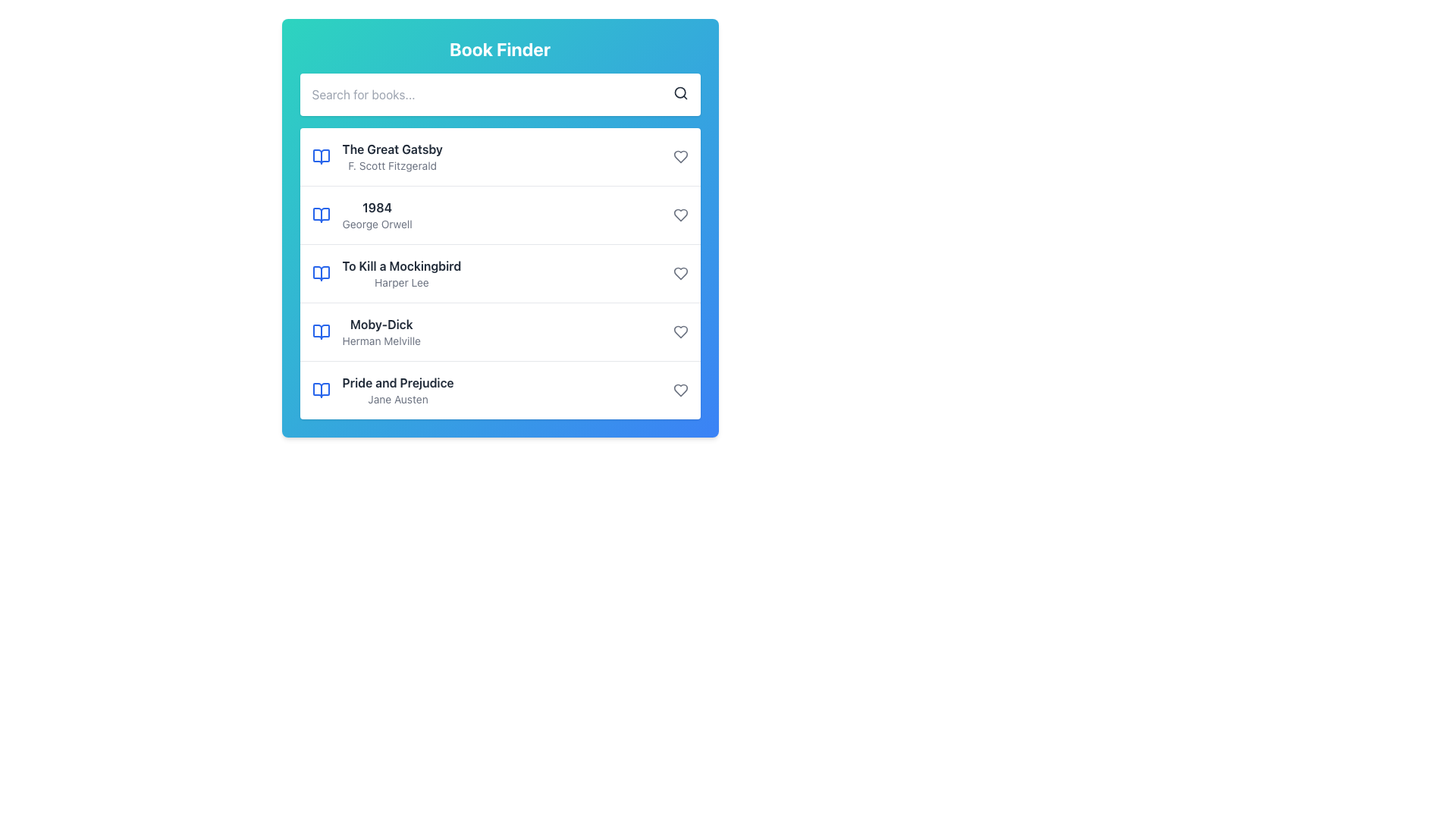  Describe the element at coordinates (679, 215) in the screenshot. I see `the heart icon located to the right of the book title '1984' by George Orwell` at that location.